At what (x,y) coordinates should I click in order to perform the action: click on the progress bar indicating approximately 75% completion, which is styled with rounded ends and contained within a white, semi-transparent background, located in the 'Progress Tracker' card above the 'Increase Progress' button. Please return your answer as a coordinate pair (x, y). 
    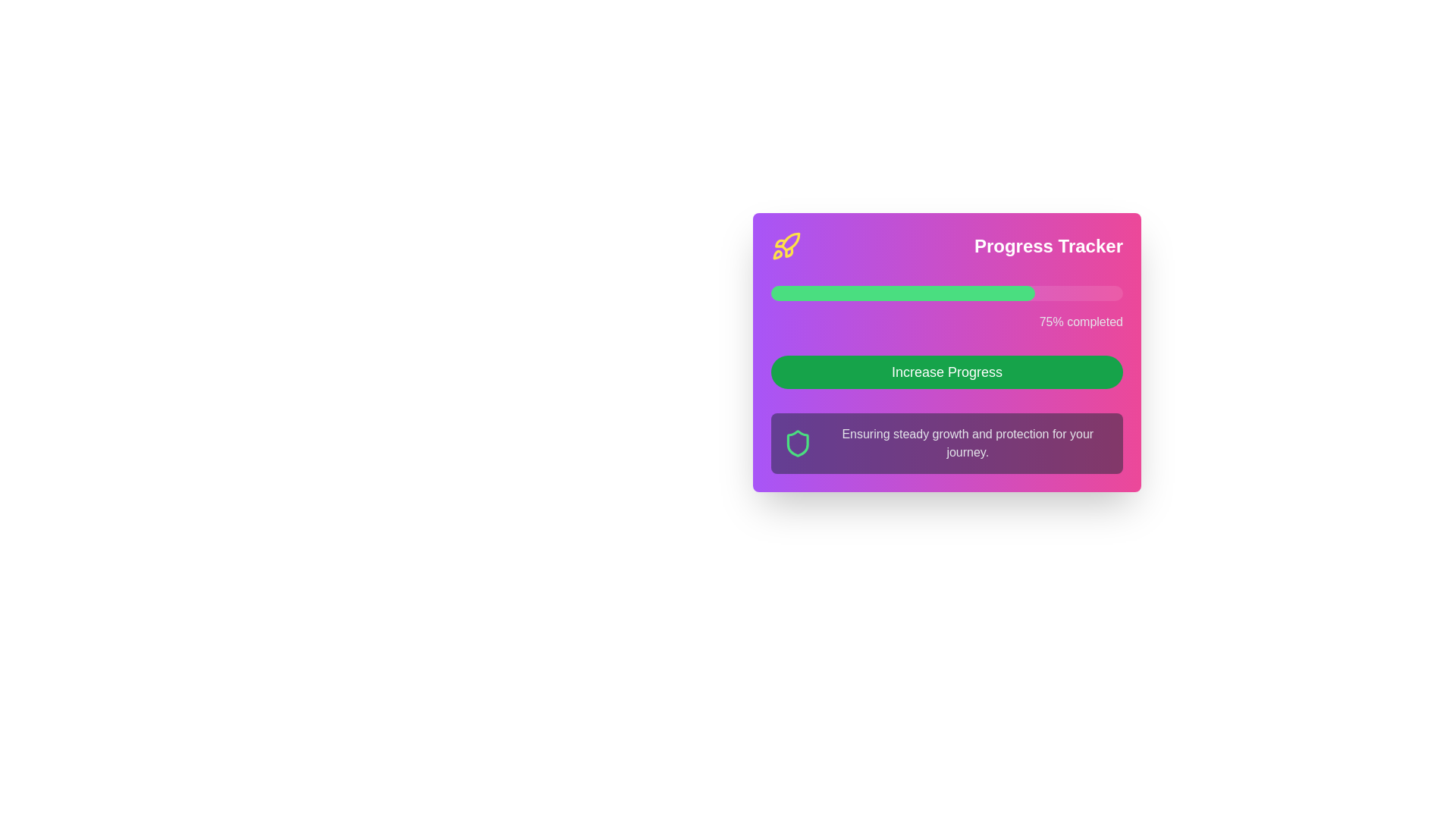
    Looking at the image, I should click on (946, 293).